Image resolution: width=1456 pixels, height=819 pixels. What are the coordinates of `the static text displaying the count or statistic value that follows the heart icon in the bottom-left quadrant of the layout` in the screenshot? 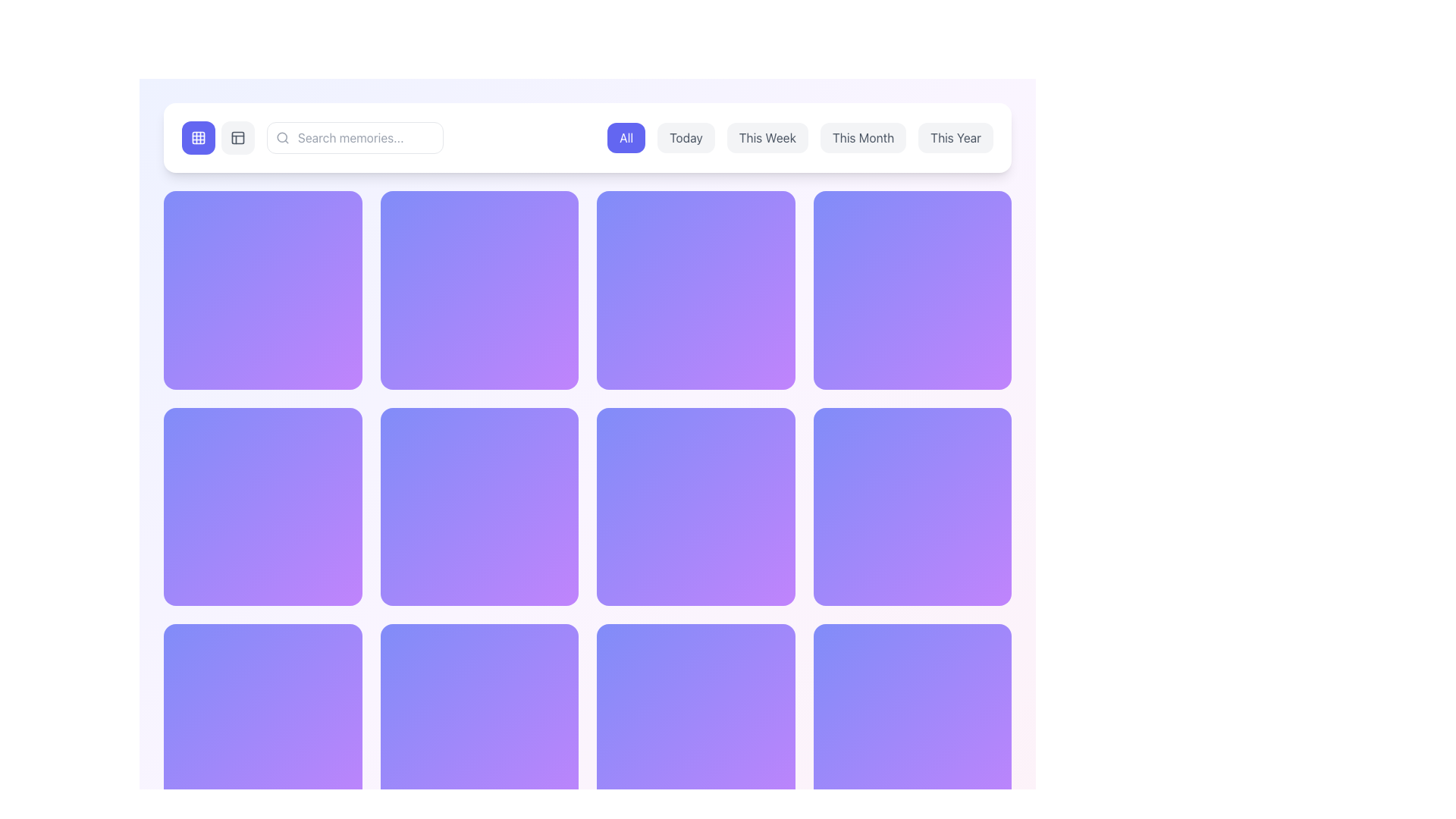 It's located at (195, 585).